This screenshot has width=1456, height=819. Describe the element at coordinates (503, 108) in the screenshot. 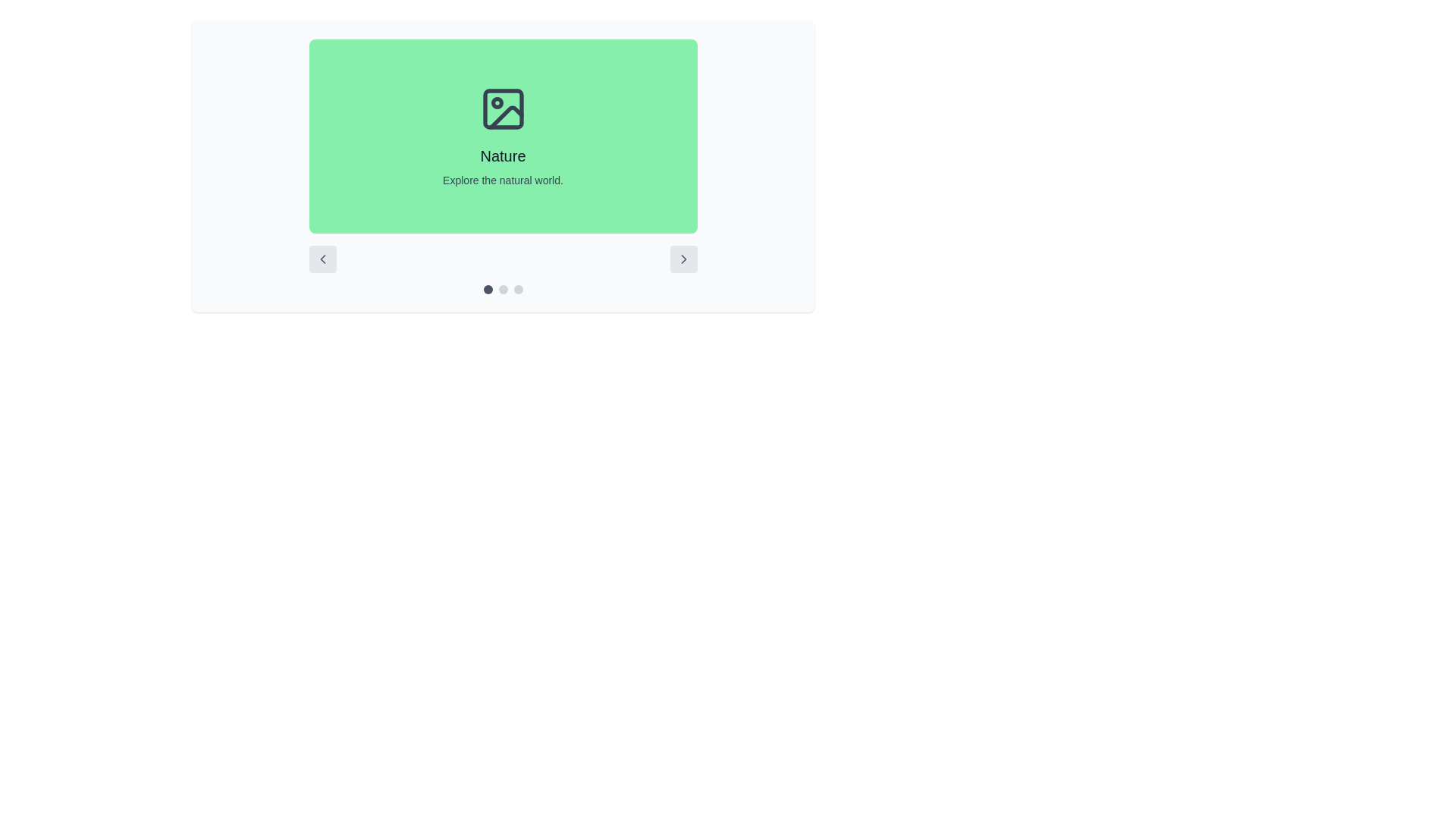

I see `the square-shaped icon with rounded corners located in the center of the green card layout` at that location.